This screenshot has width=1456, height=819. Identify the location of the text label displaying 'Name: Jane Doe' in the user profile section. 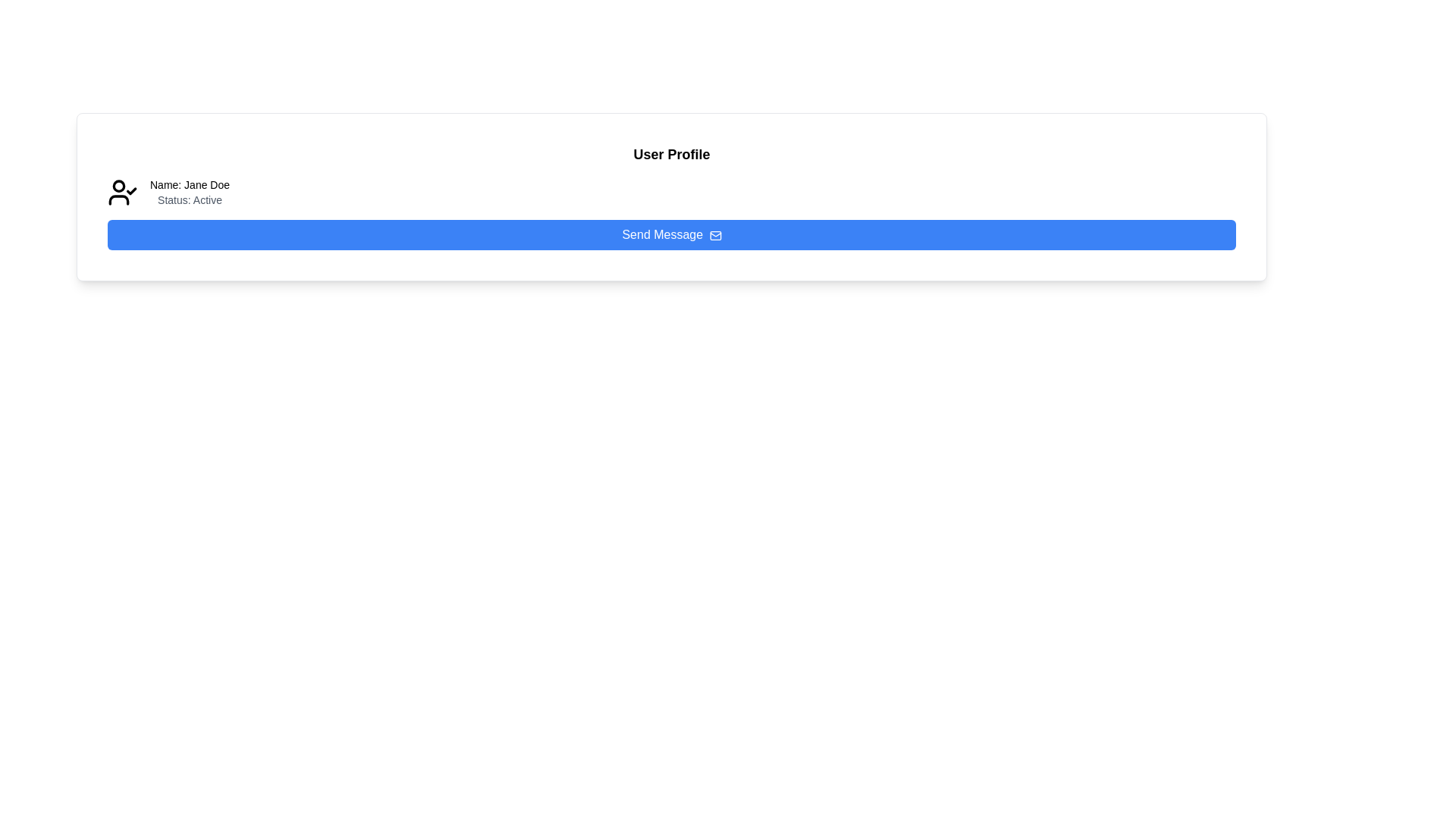
(189, 184).